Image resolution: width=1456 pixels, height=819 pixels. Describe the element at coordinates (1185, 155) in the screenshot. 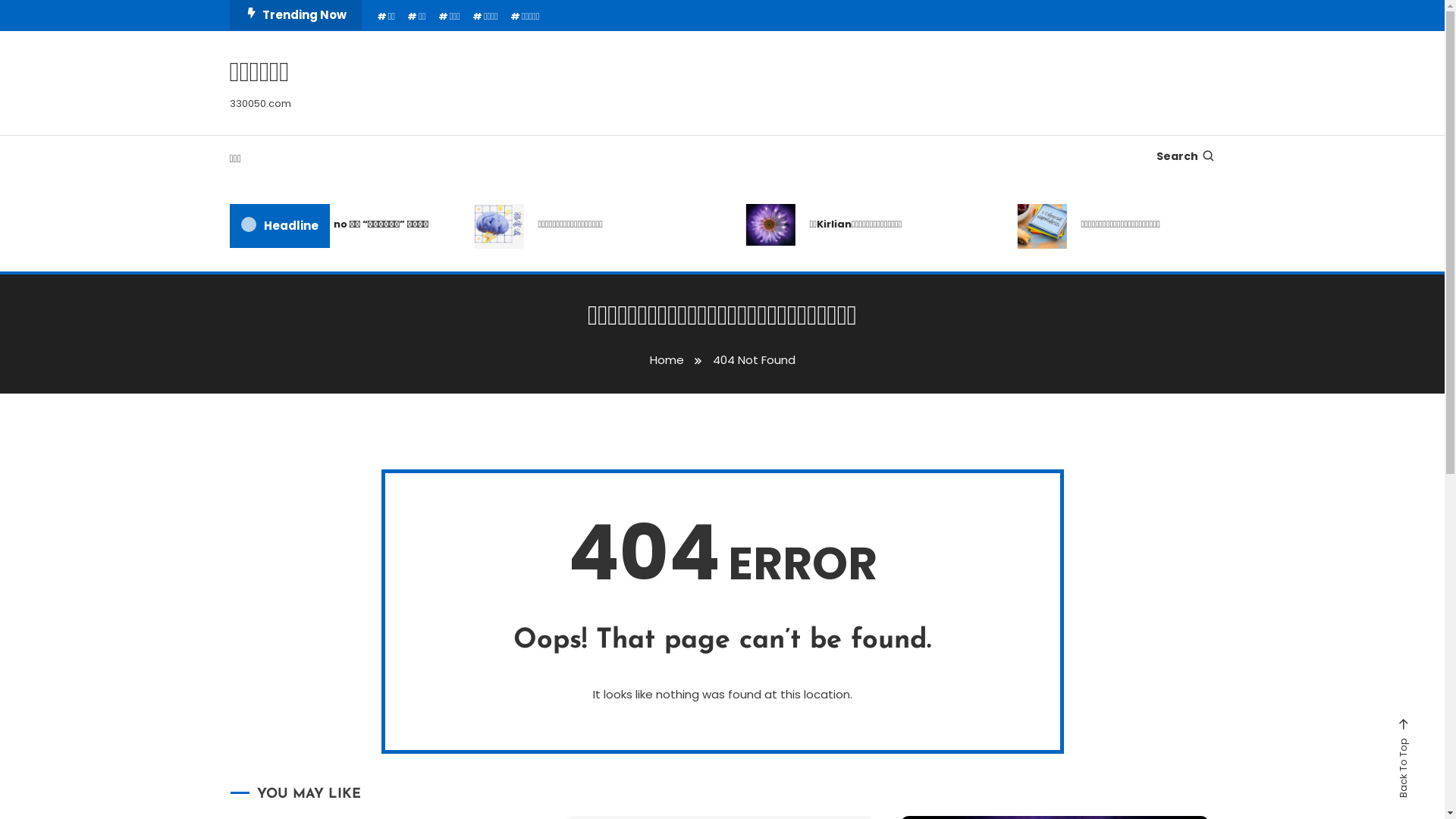

I see `'Search'` at that location.